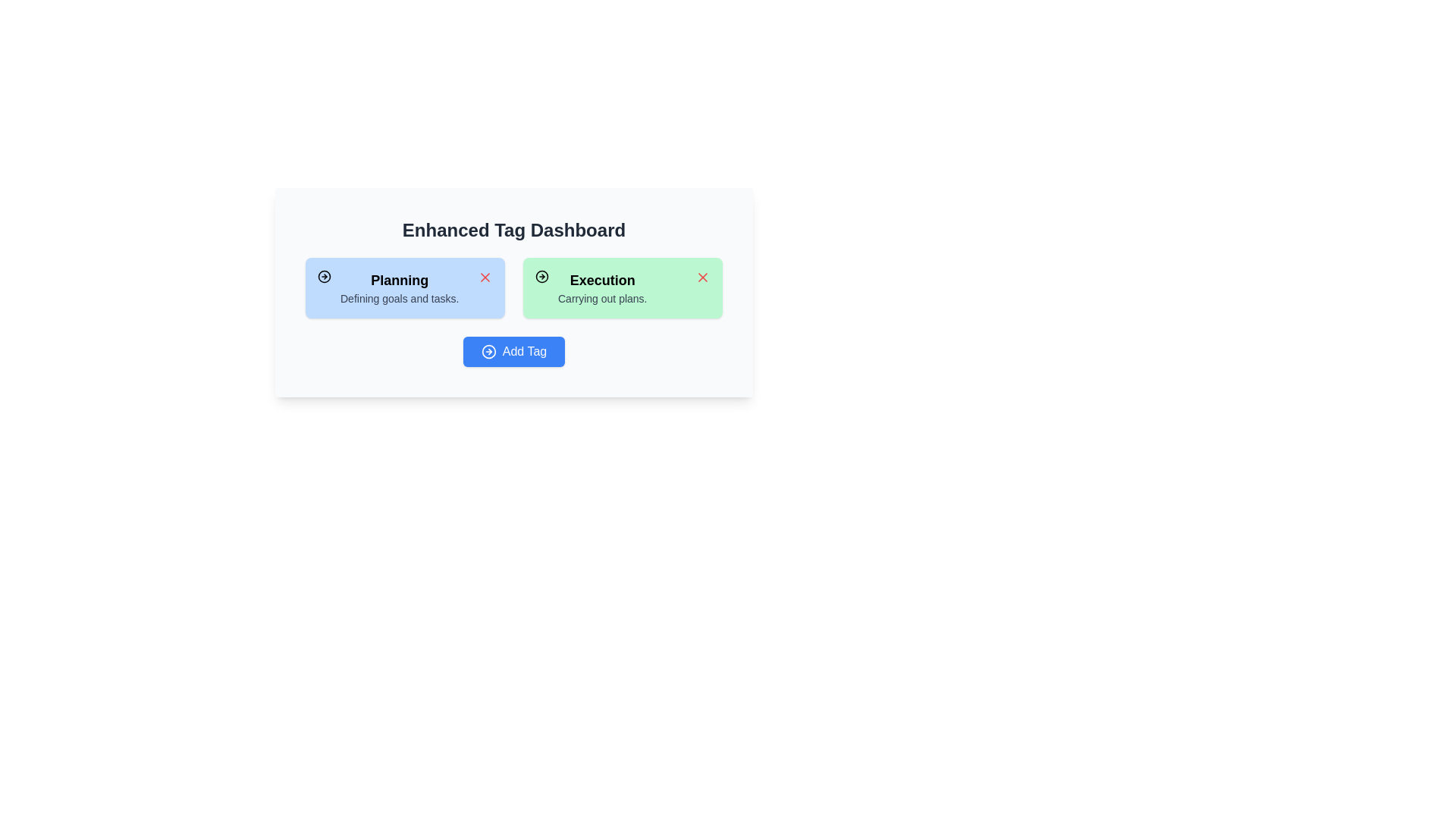  What do you see at coordinates (513, 288) in the screenshot?
I see `the grid component containing 'Planning' and 'Execution' sections for reordering` at bounding box center [513, 288].